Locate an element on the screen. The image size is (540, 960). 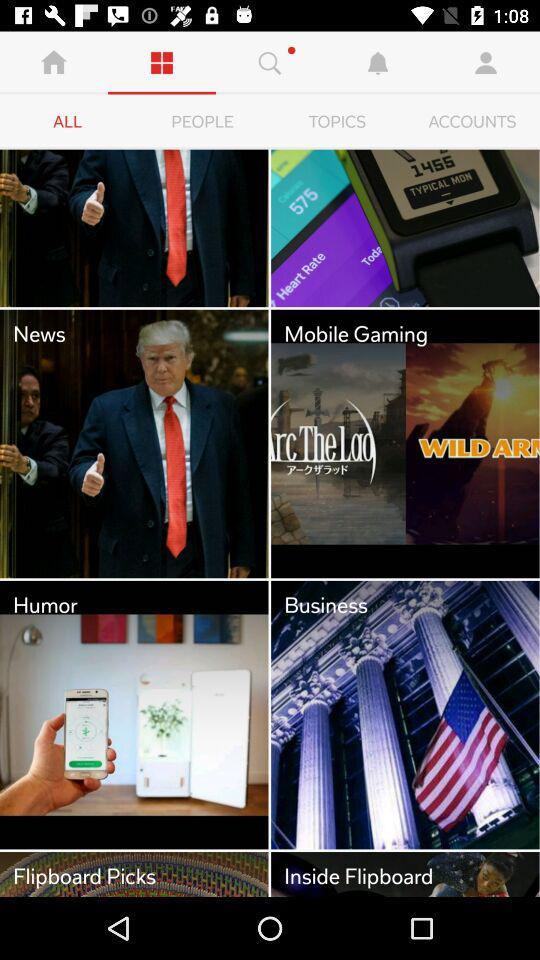
item to the left of people icon is located at coordinates (67, 121).